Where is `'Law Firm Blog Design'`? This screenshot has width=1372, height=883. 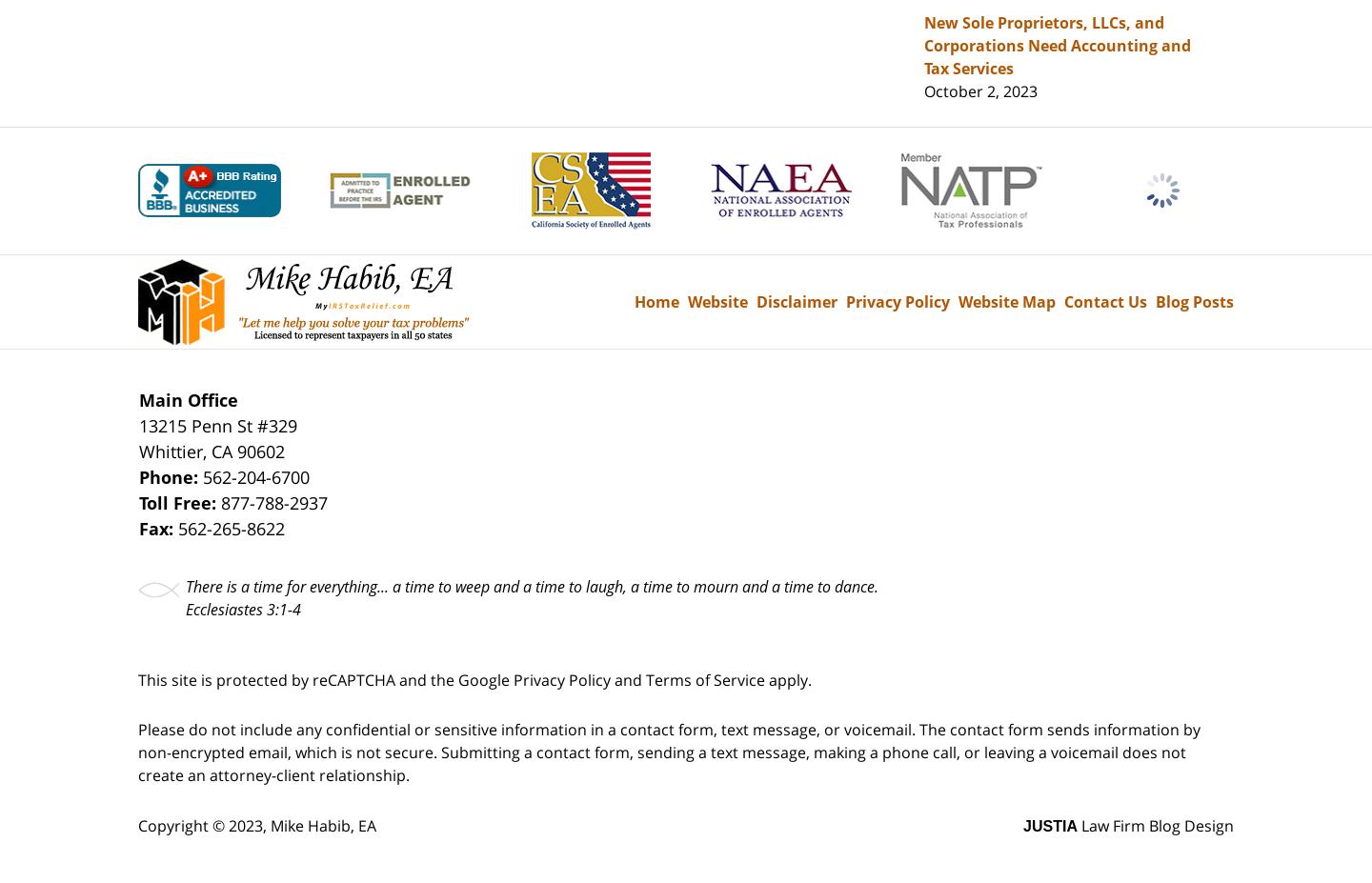 'Law Firm Blog Design' is located at coordinates (1155, 826).